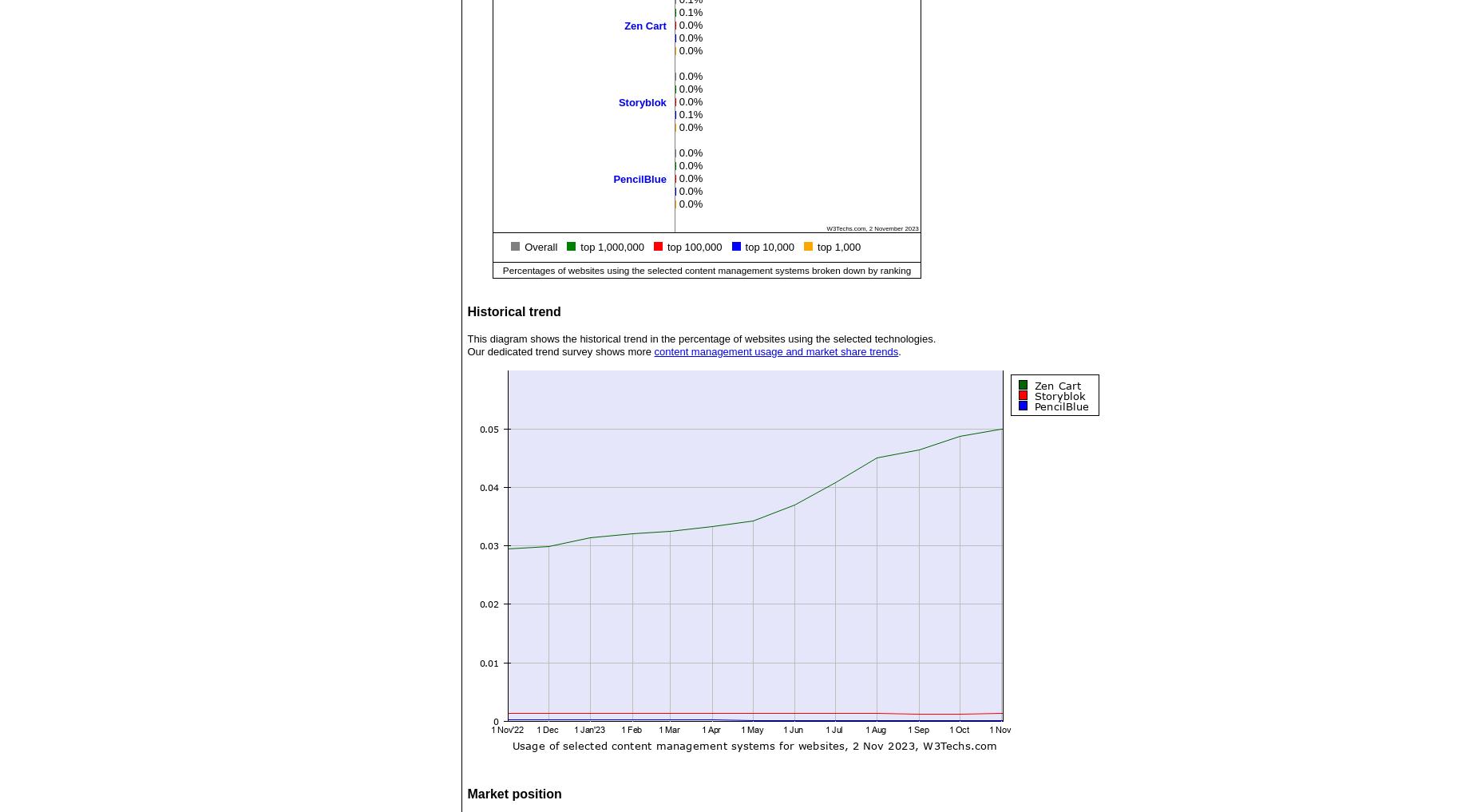 This screenshot has height=812, width=1477. Describe the element at coordinates (701, 339) in the screenshot. I see `'This diagram shows the historical trend in the percentage of websites using the selected technologies.'` at that location.